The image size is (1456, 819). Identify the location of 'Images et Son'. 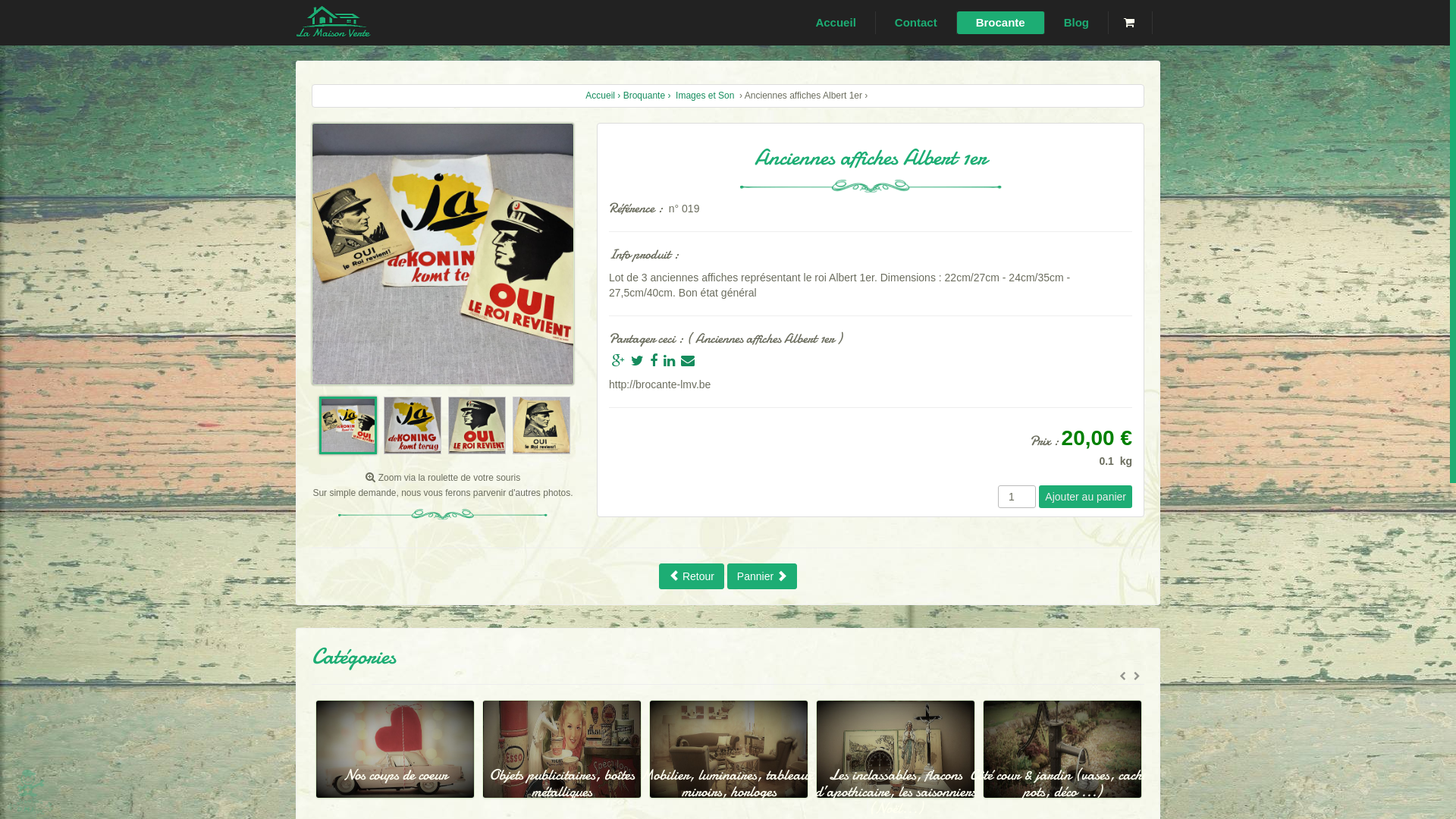
(704, 96).